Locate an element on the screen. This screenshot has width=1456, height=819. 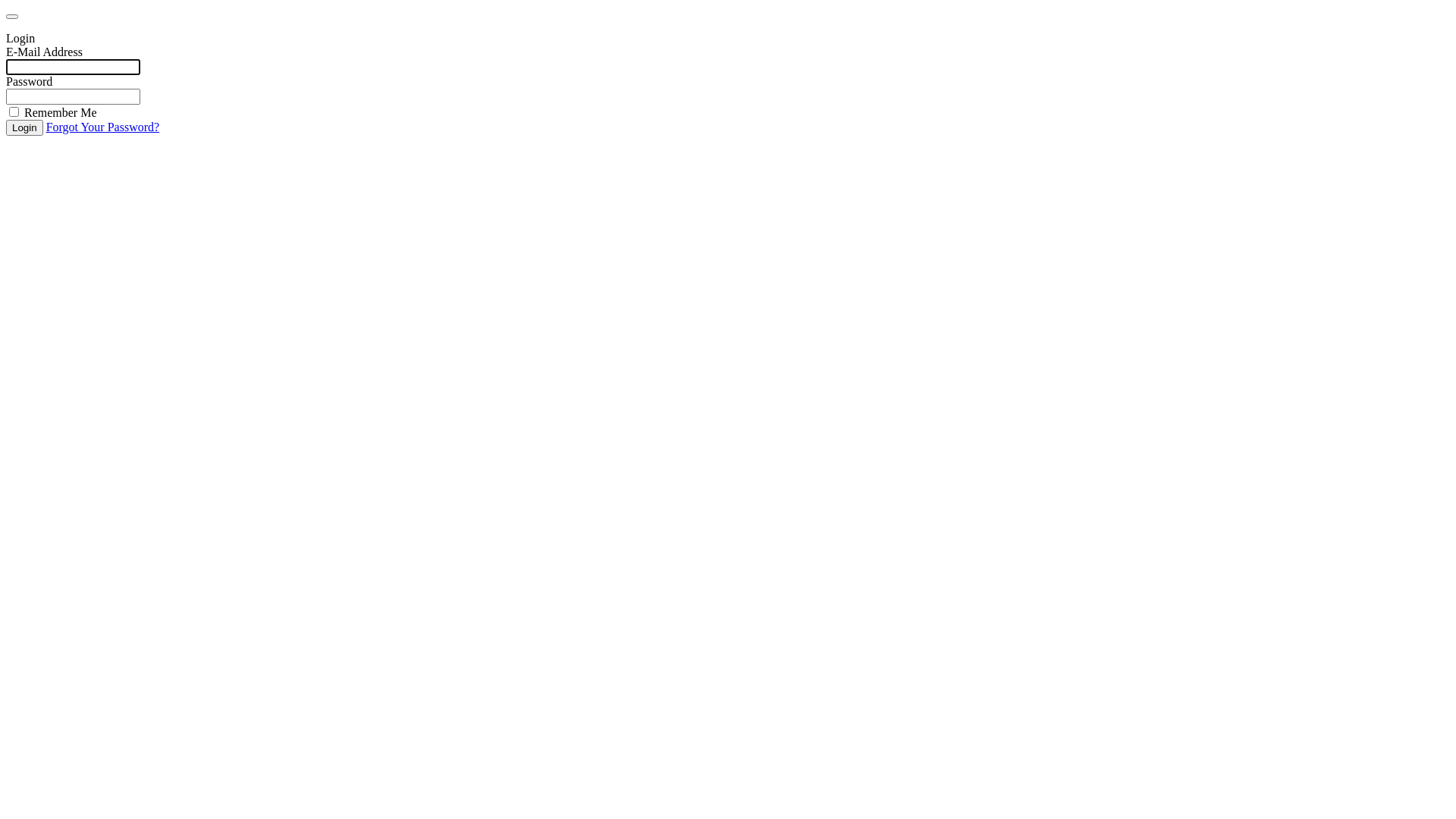
'Login' is located at coordinates (24, 127).